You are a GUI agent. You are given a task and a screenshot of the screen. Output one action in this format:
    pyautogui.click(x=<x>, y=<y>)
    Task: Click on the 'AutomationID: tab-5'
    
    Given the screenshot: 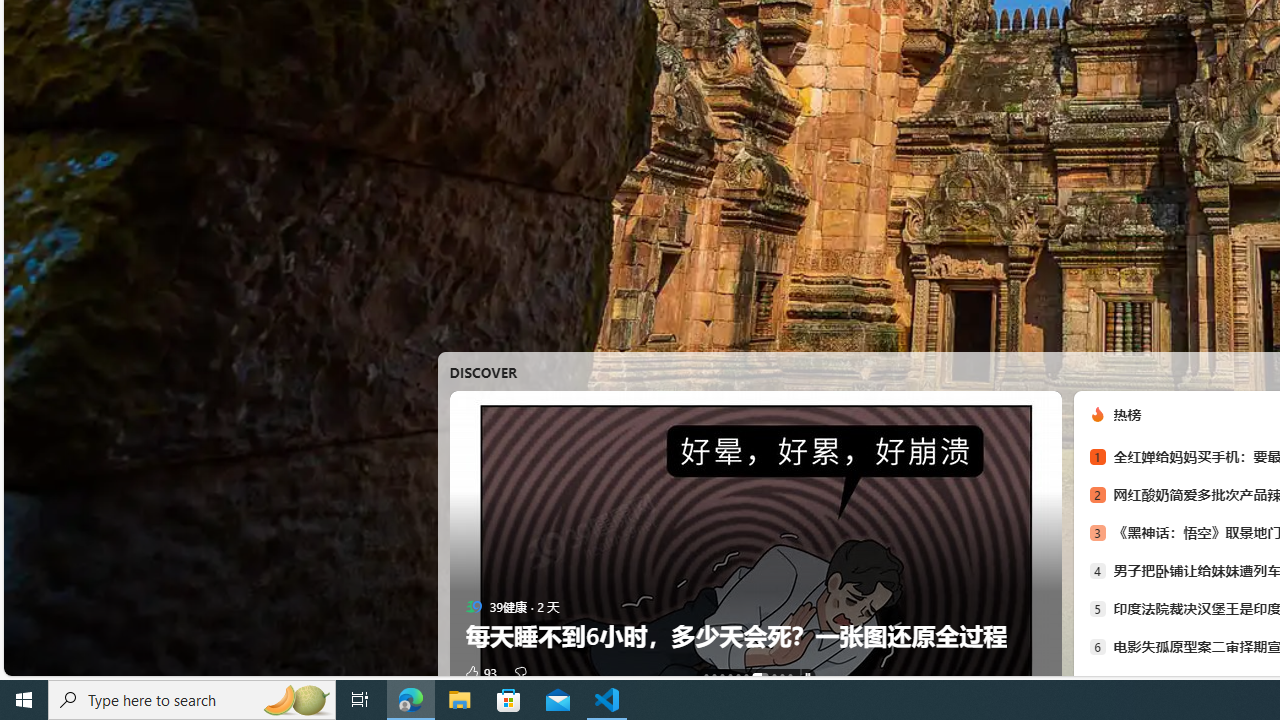 What is the action you would take?
    pyautogui.click(x=745, y=675)
    